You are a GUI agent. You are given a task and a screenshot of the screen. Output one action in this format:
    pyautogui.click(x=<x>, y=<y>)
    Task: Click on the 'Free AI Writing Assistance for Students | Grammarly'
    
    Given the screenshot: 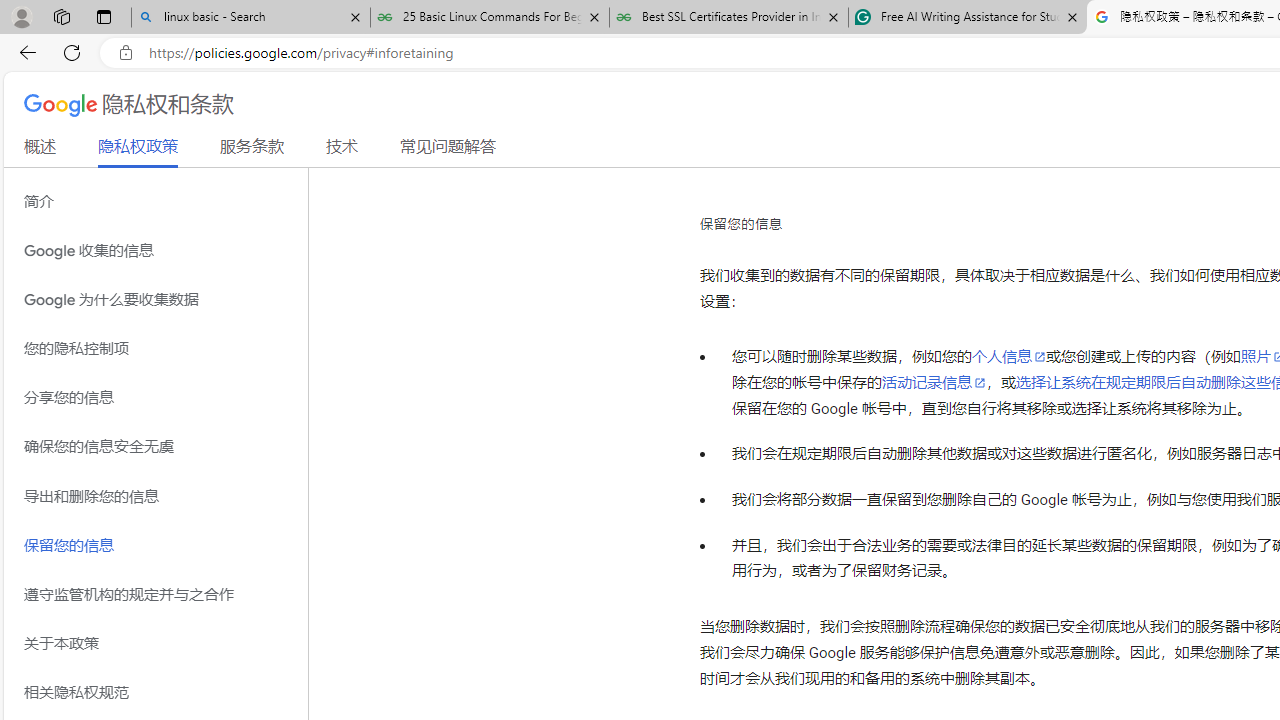 What is the action you would take?
    pyautogui.click(x=967, y=17)
    